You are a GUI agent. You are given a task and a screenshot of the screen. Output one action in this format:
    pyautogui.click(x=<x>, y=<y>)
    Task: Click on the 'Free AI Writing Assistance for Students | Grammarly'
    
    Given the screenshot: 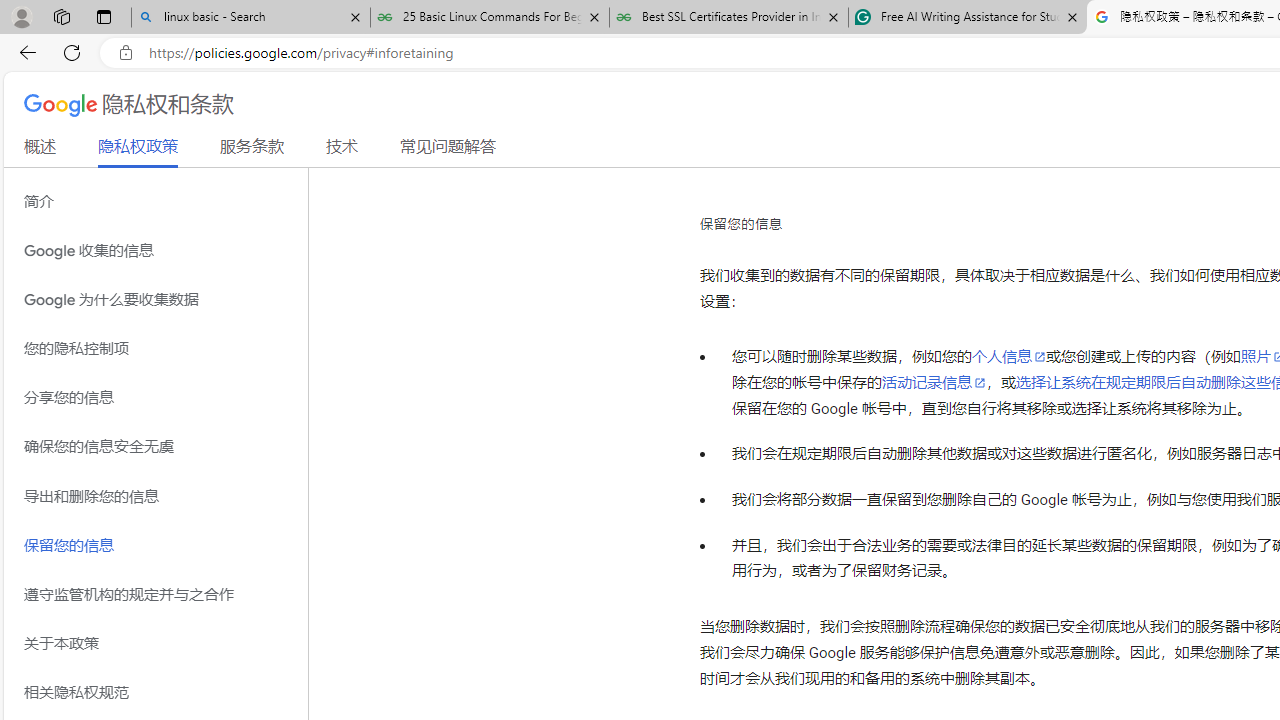 What is the action you would take?
    pyautogui.click(x=967, y=17)
    